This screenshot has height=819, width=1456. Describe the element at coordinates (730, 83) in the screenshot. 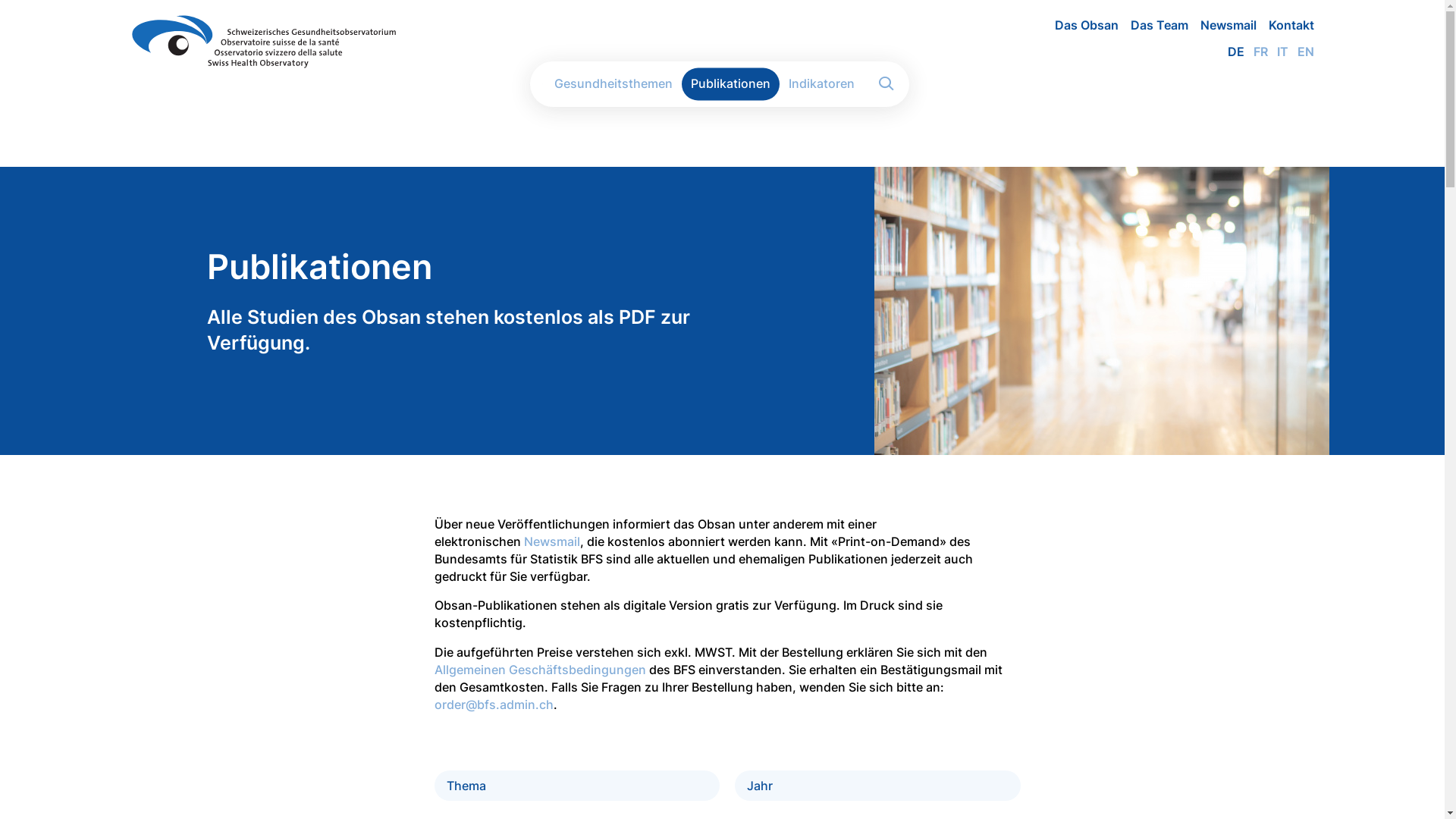

I see `'Publikationen'` at that location.